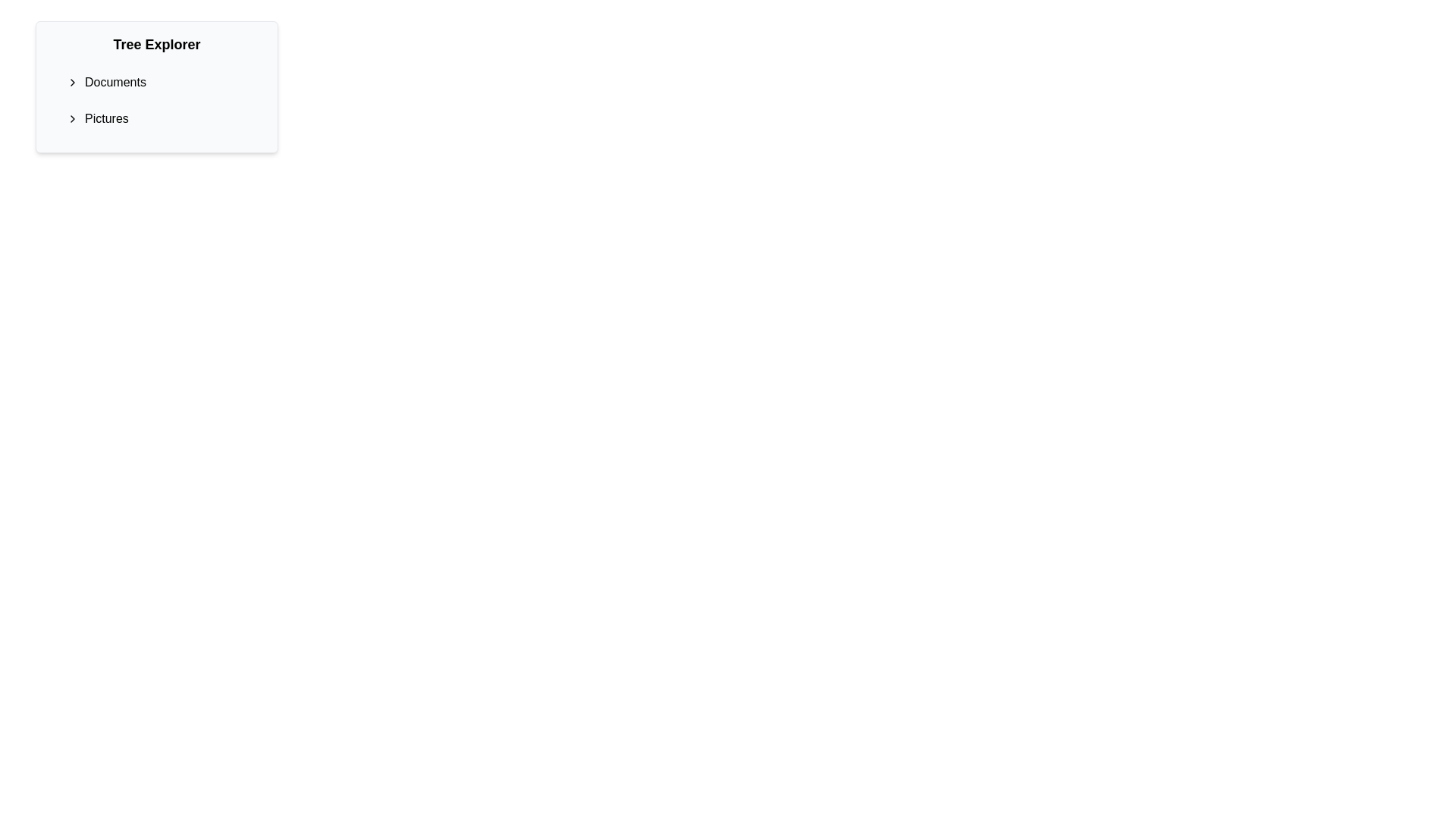  I want to click on the right-facing chevron icon next to the text 'Documents' in the Tree Explorer navigation panel, so click(72, 82).